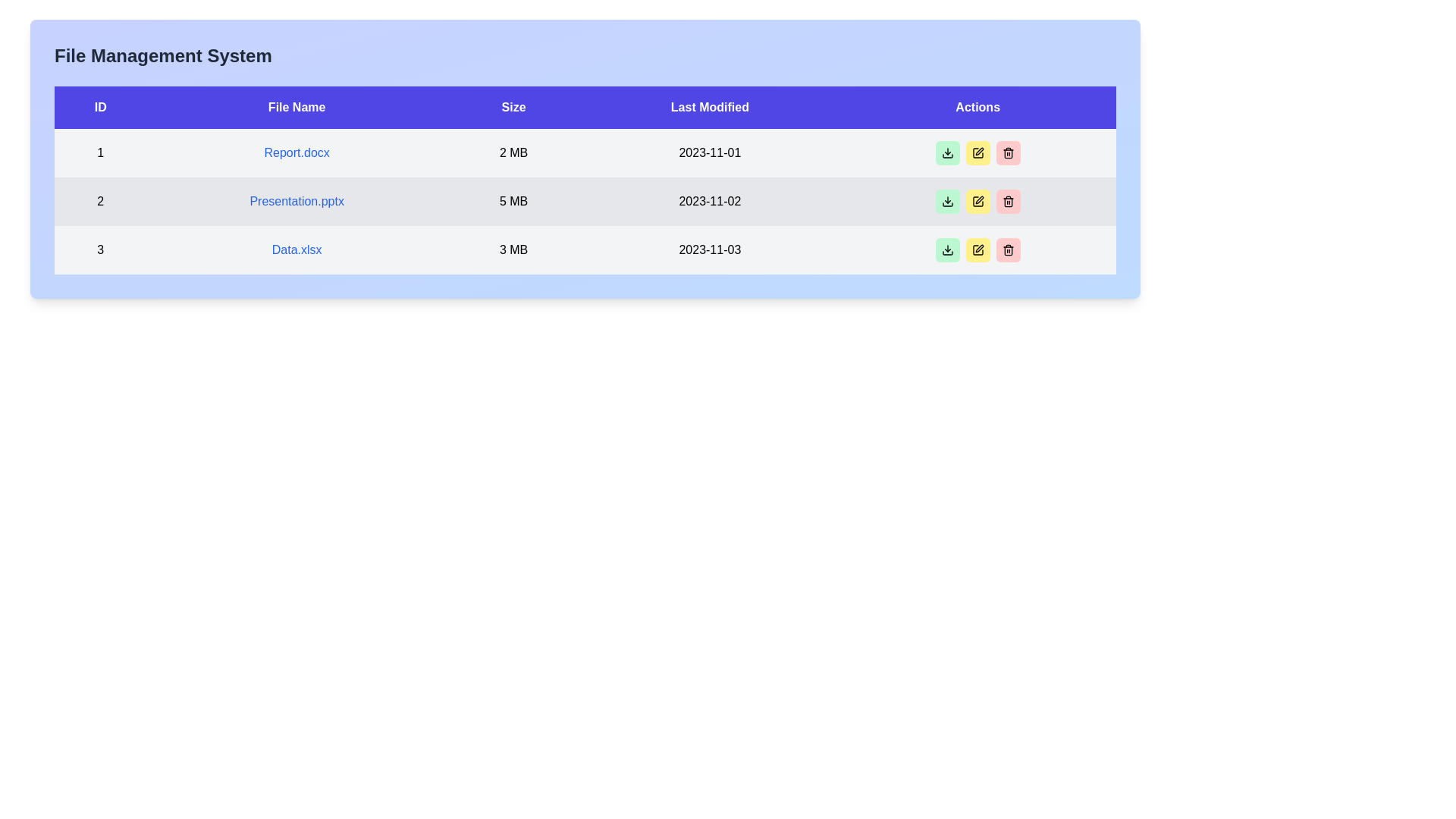  Describe the element at coordinates (513, 249) in the screenshot. I see `the Table Cell Content displaying the size of the file in the third row under the 'Size' header` at that location.